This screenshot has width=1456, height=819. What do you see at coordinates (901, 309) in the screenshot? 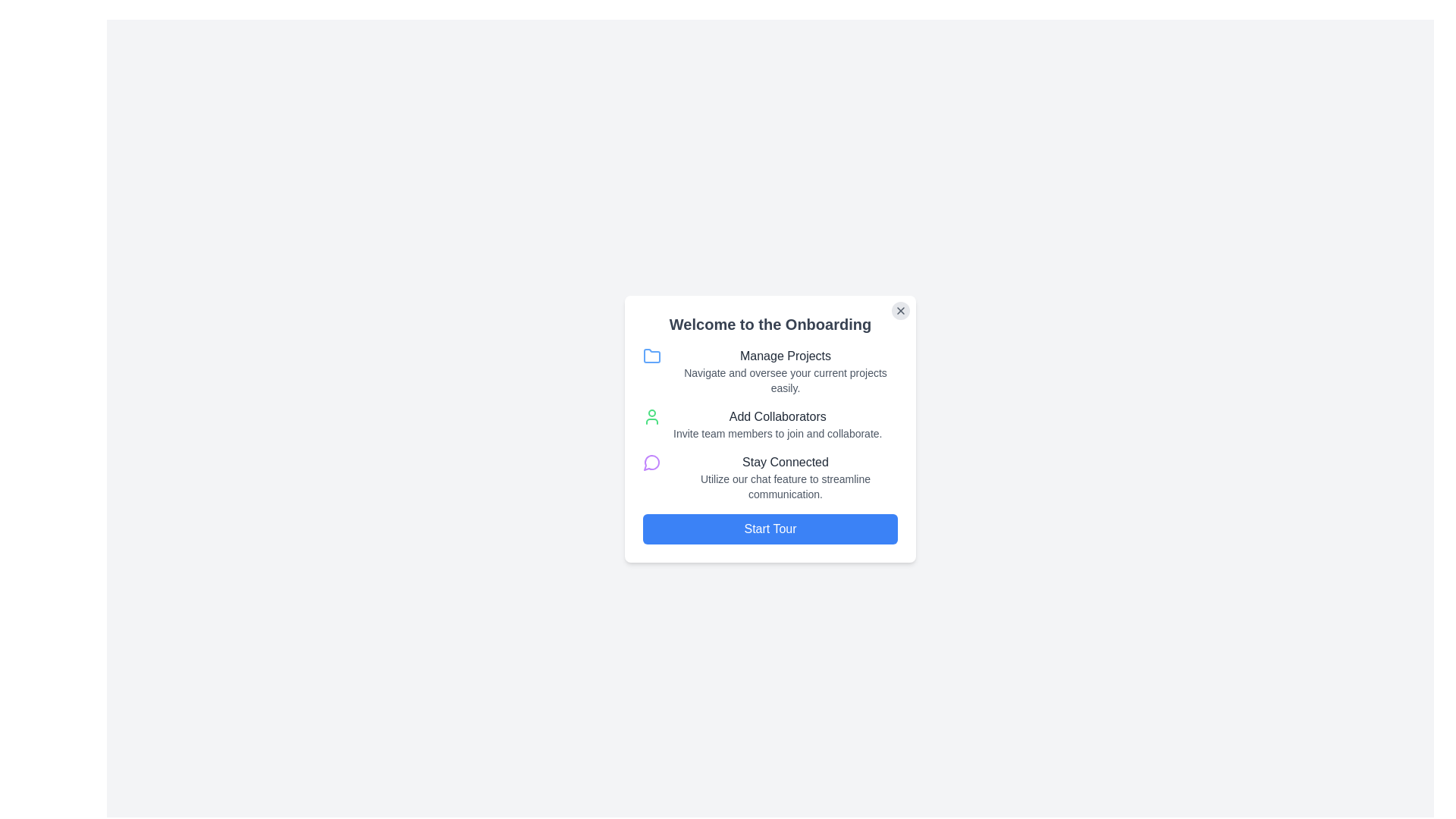
I see `the close icon button in the top-right corner of the modal box` at bounding box center [901, 309].